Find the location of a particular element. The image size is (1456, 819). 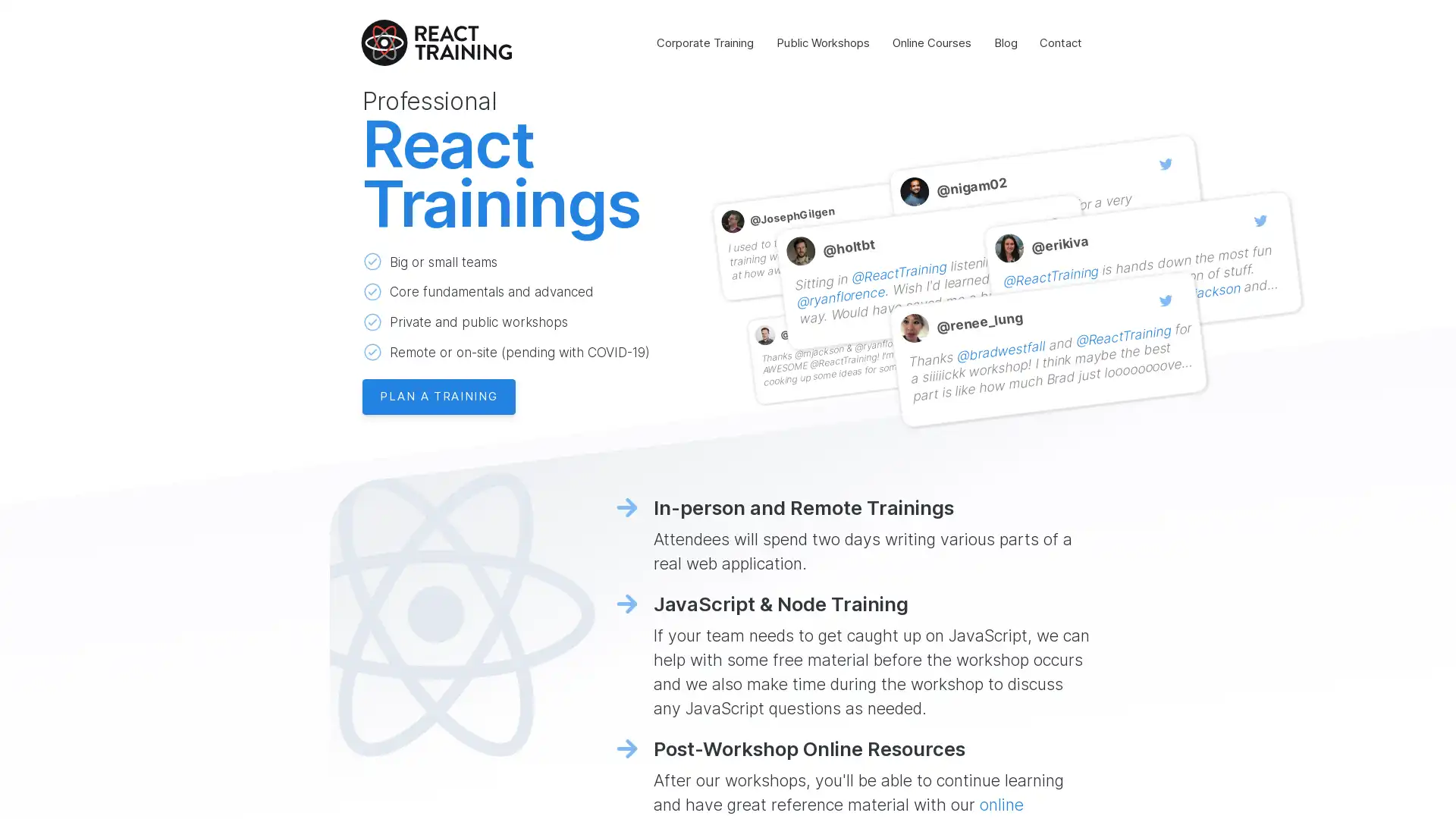

Twitter Avatar for erikiva @erikiva @ReactTrainingishandsdownthemostfunIvehadwhilstlearningashittonofstuff.Thankyou@ryanflorence, @mjacksonand@WayfairTechfororganizing.Lovedhowmuchcoolstuffthematerialcovers is located at coordinates (1142, 262).